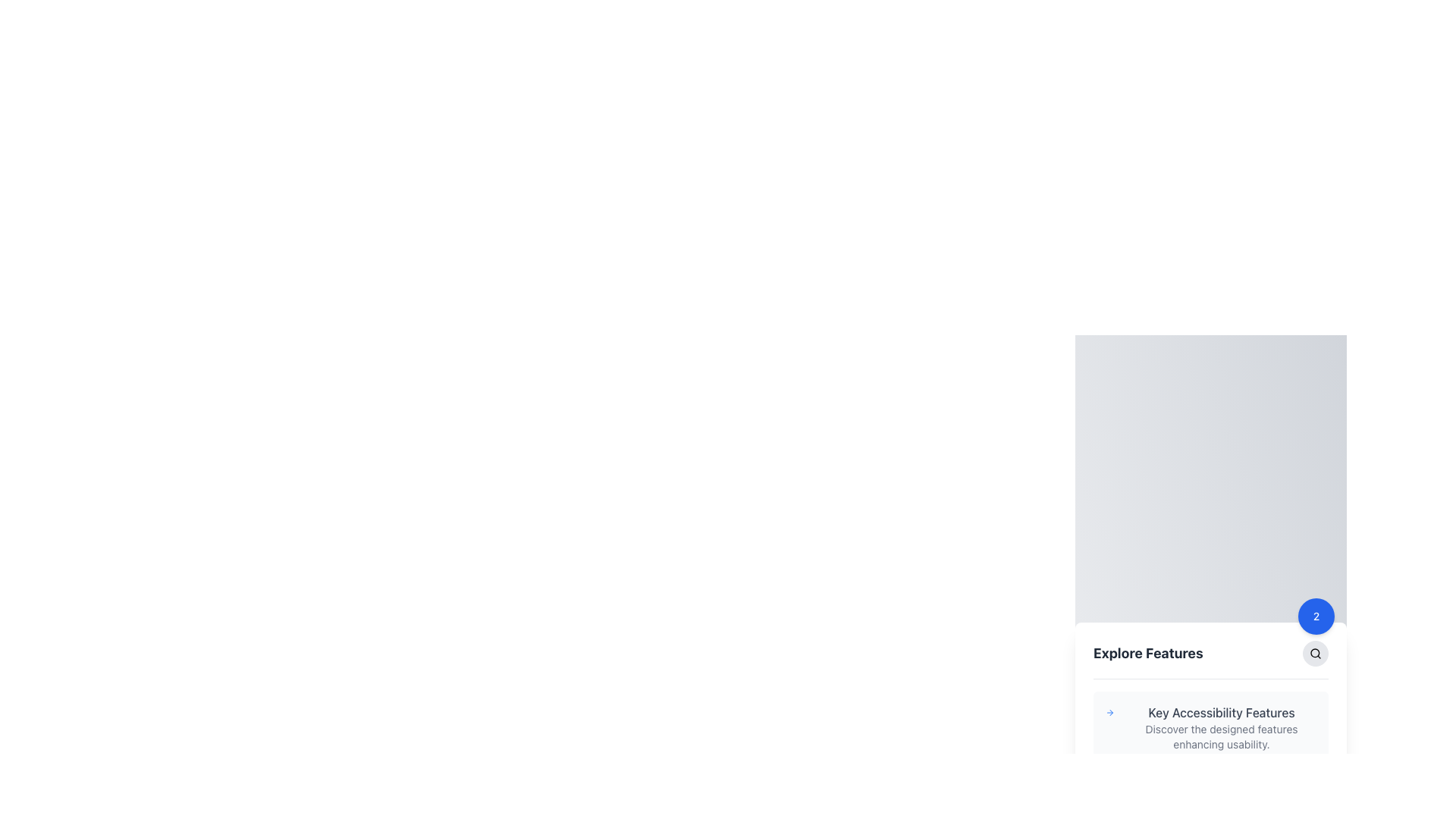 Image resolution: width=1456 pixels, height=819 pixels. I want to click on the search icon located in the top-right corner of the card, so click(1314, 652).